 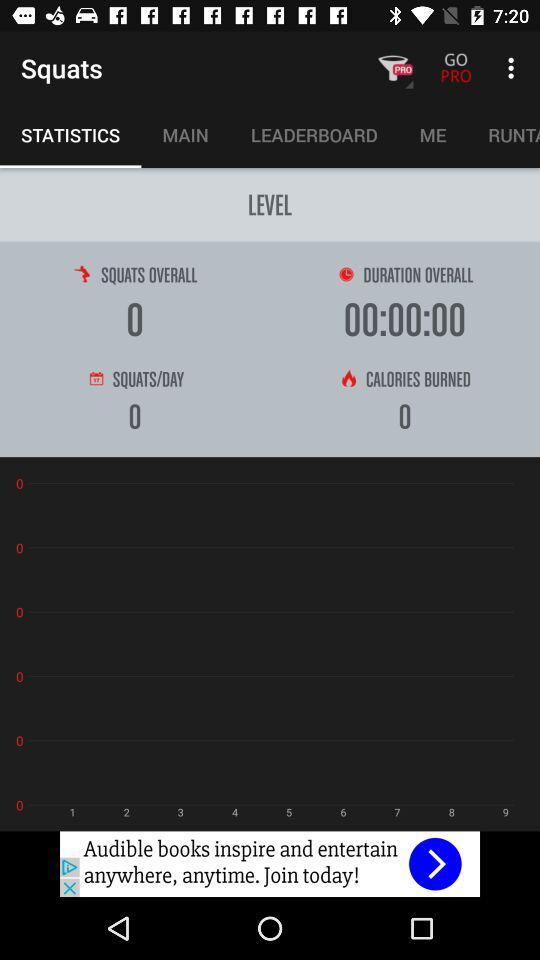 What do you see at coordinates (514, 68) in the screenshot?
I see `clcik the more option from the top right corner` at bounding box center [514, 68].